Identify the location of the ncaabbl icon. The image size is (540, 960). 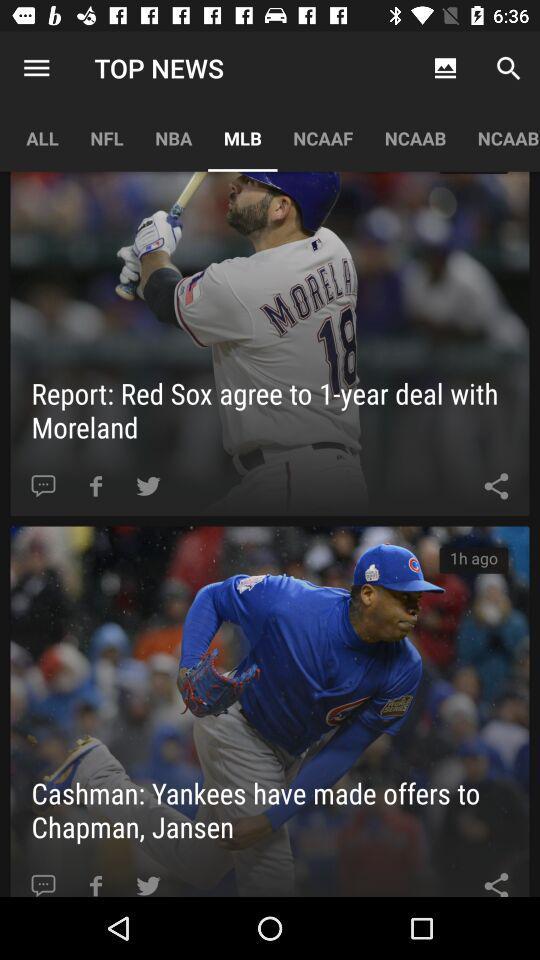
(500, 137).